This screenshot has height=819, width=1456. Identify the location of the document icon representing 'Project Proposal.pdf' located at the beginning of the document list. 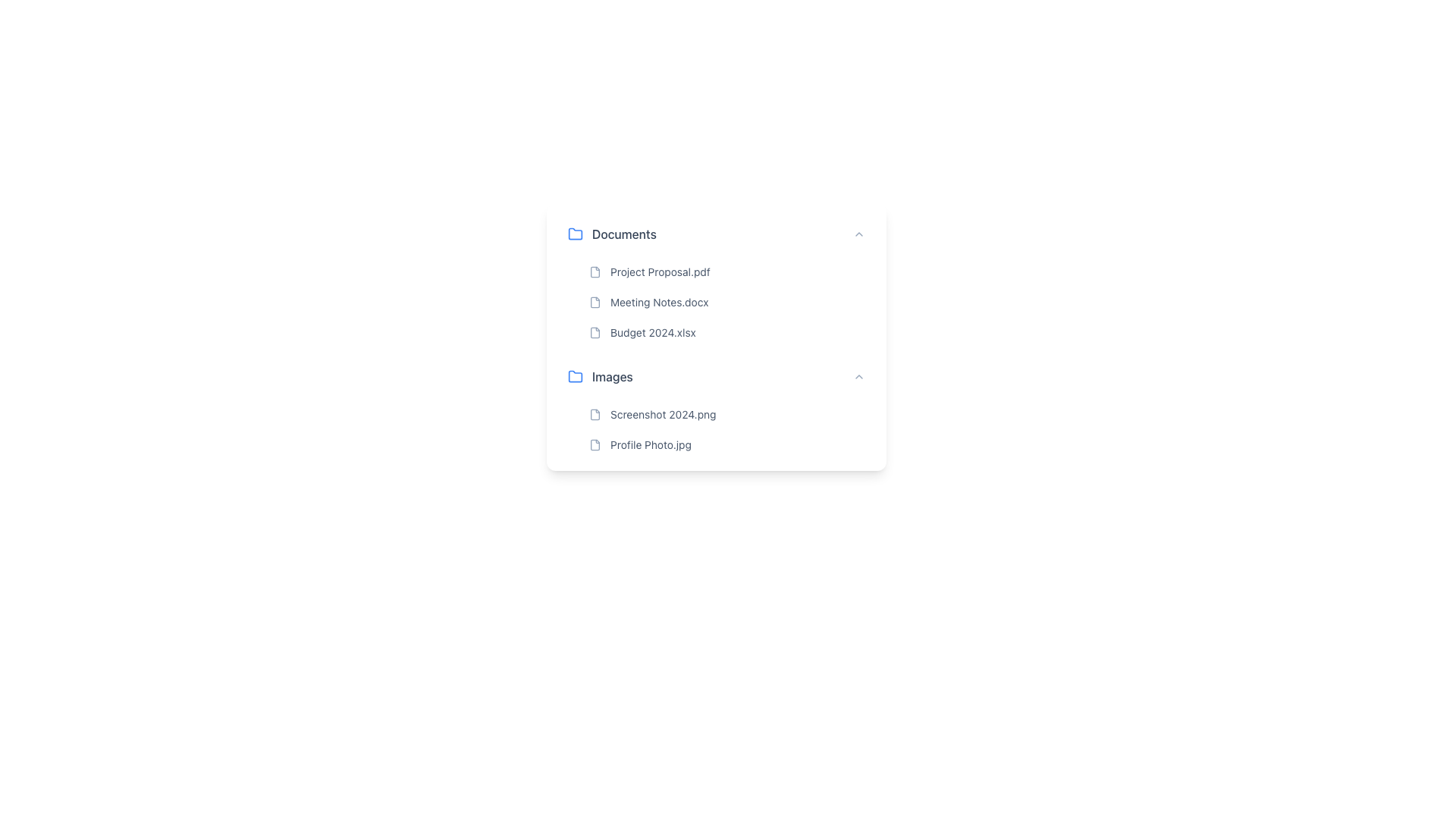
(595, 271).